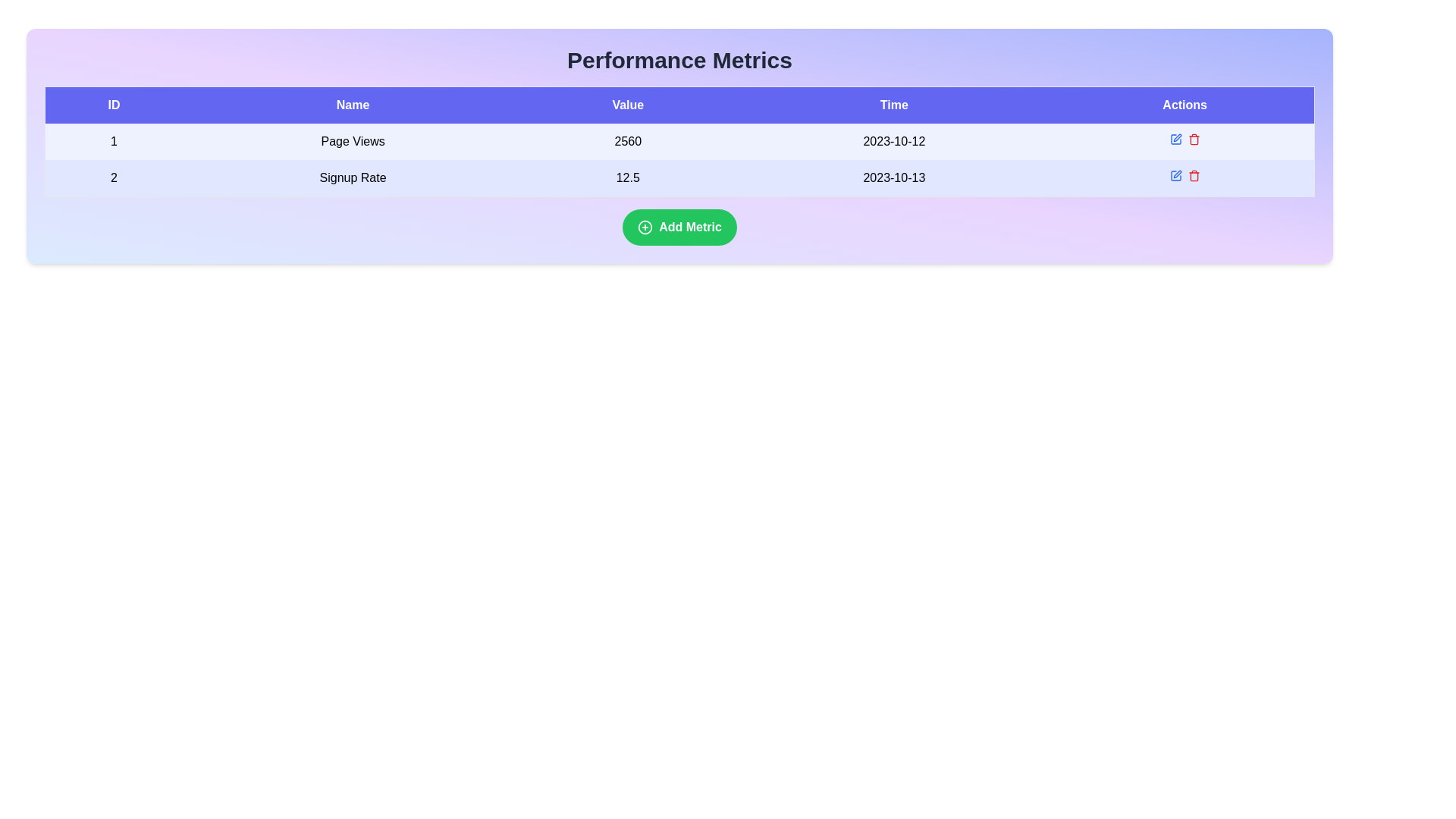 The image size is (1456, 819). What do you see at coordinates (628, 141) in the screenshot?
I see `the static text displaying the numerical value '2560', located in the third column of the first row within a table` at bounding box center [628, 141].